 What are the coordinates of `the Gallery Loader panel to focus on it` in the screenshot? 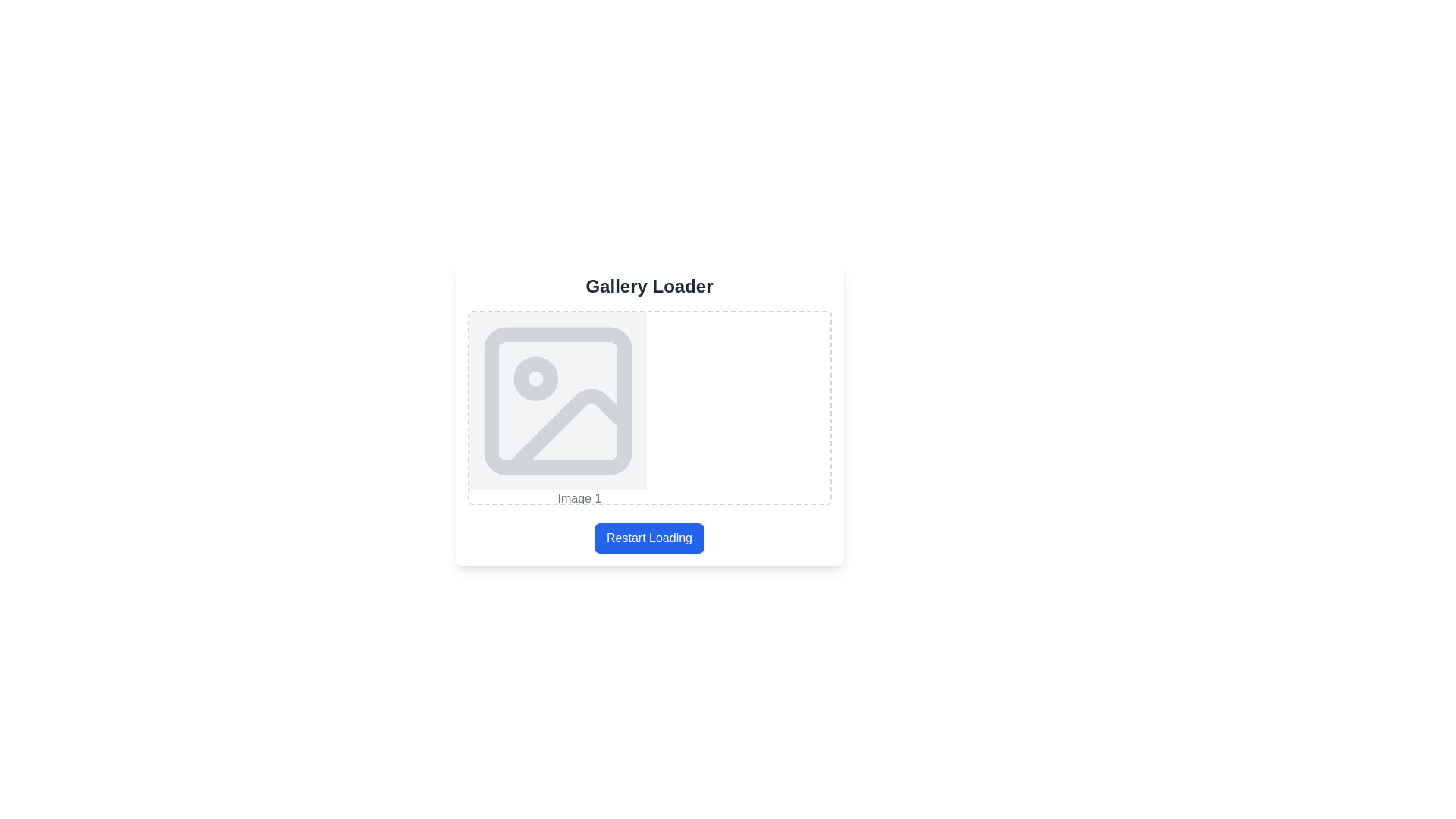 It's located at (649, 414).